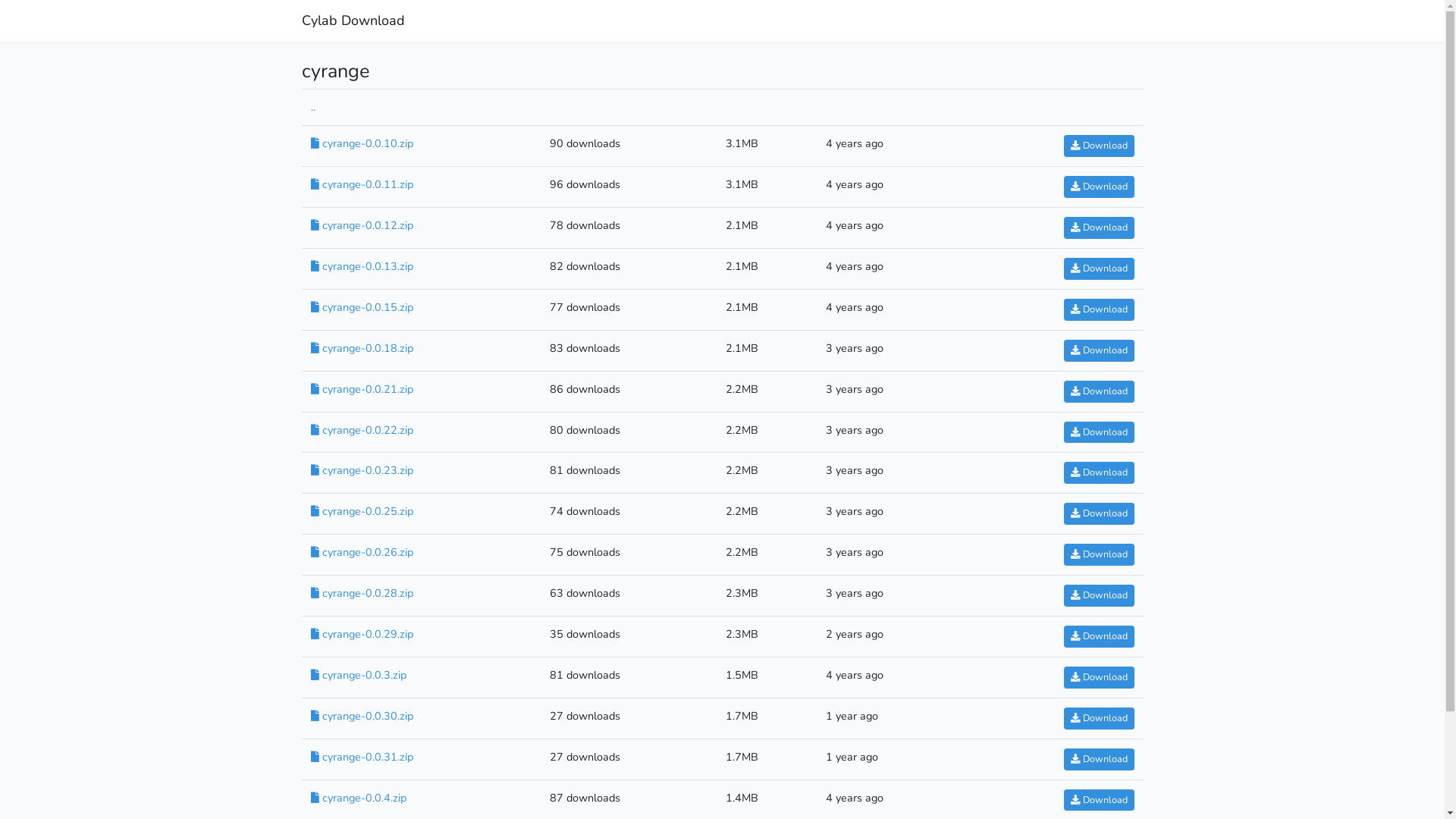 This screenshot has width=1456, height=819. I want to click on 'Cylab Download', so click(352, 20).